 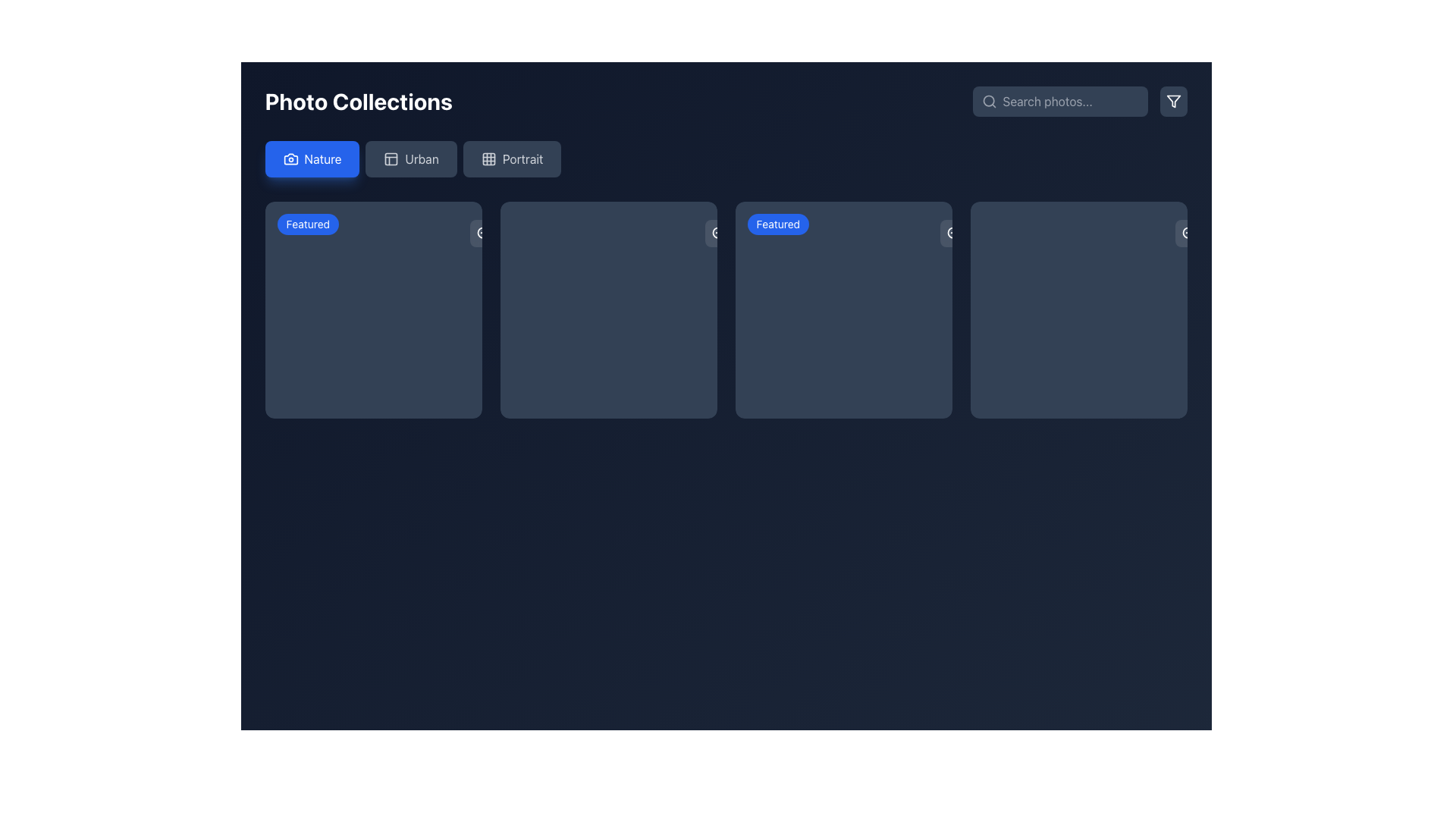 I want to click on the circular search icon, which is a light gray magnifying glass shape located inside the search field adjacent to the placeholder text 'Search photos...', so click(x=989, y=102).